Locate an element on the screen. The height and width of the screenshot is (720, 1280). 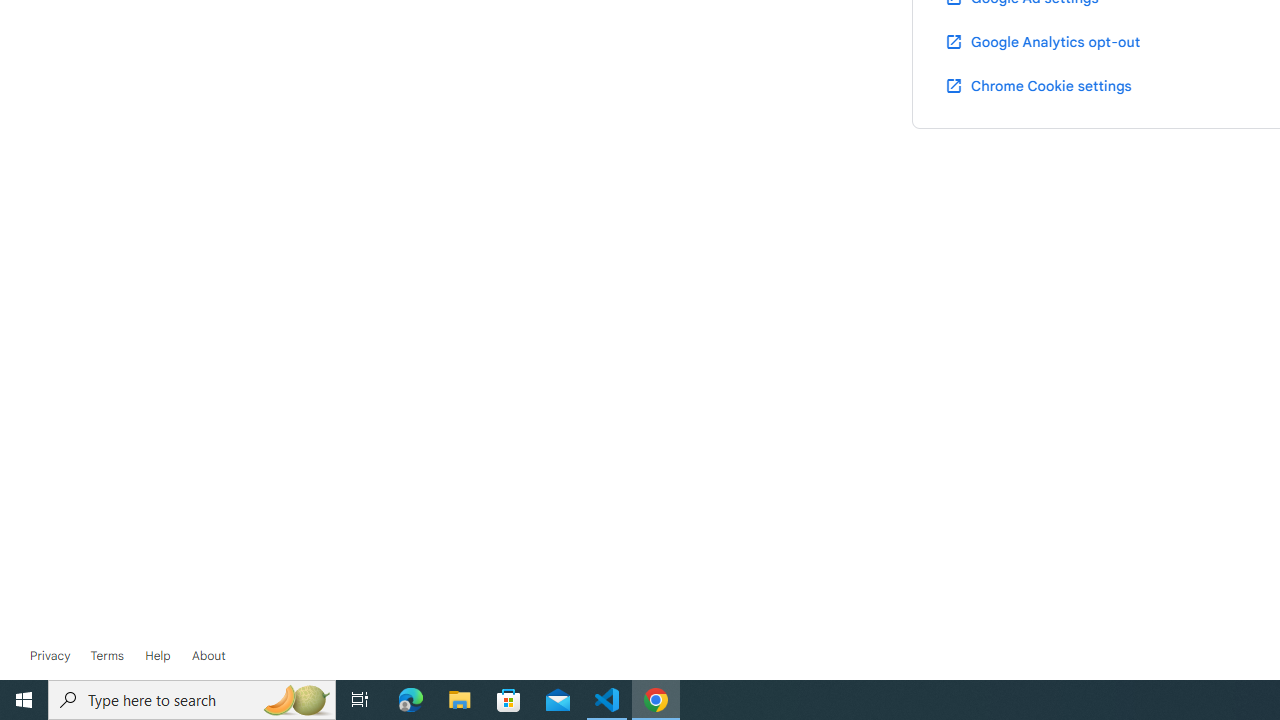
'Terms' is located at coordinates (105, 655).